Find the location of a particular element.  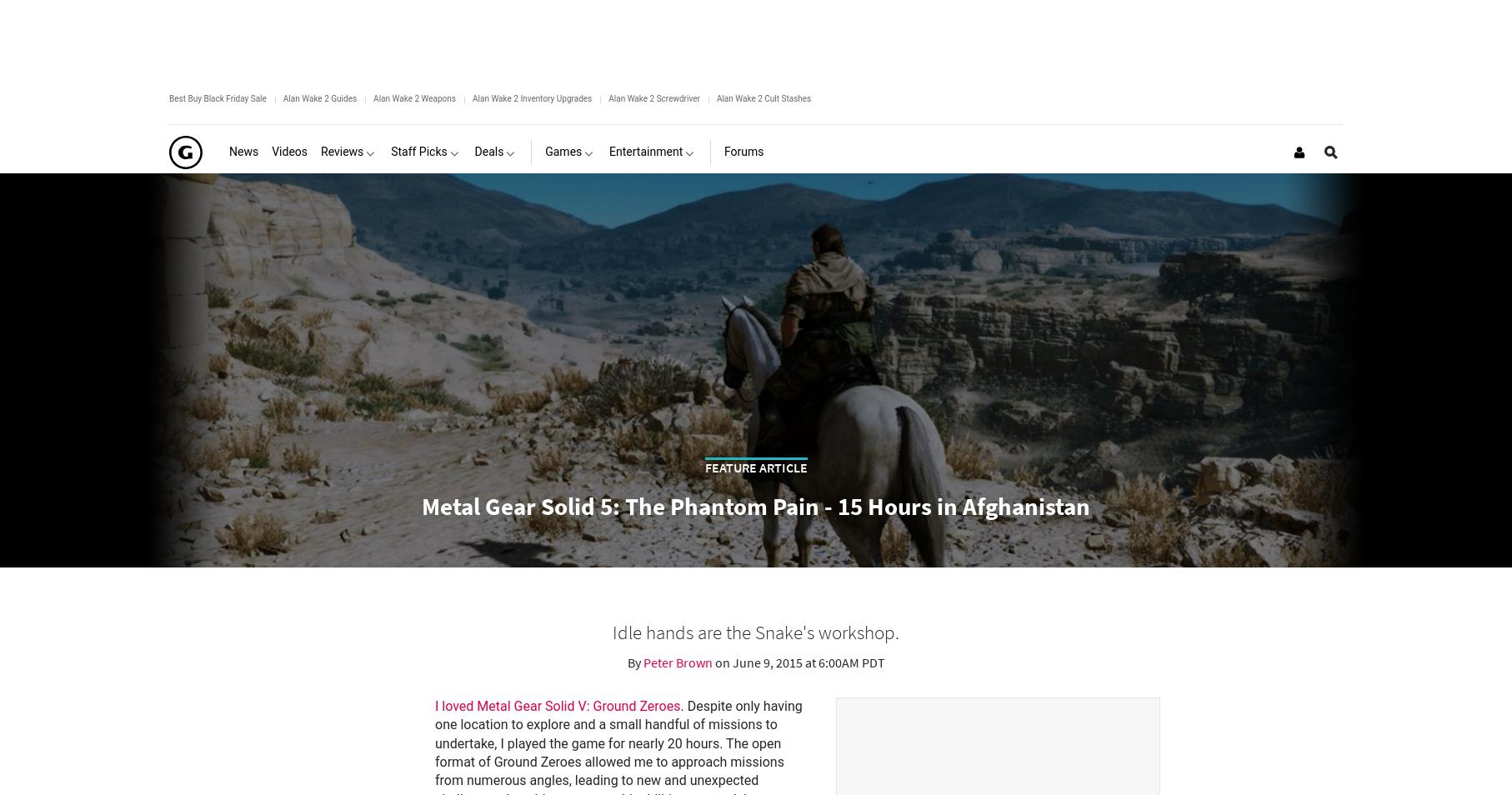

'Entertainment' is located at coordinates (609, 151).